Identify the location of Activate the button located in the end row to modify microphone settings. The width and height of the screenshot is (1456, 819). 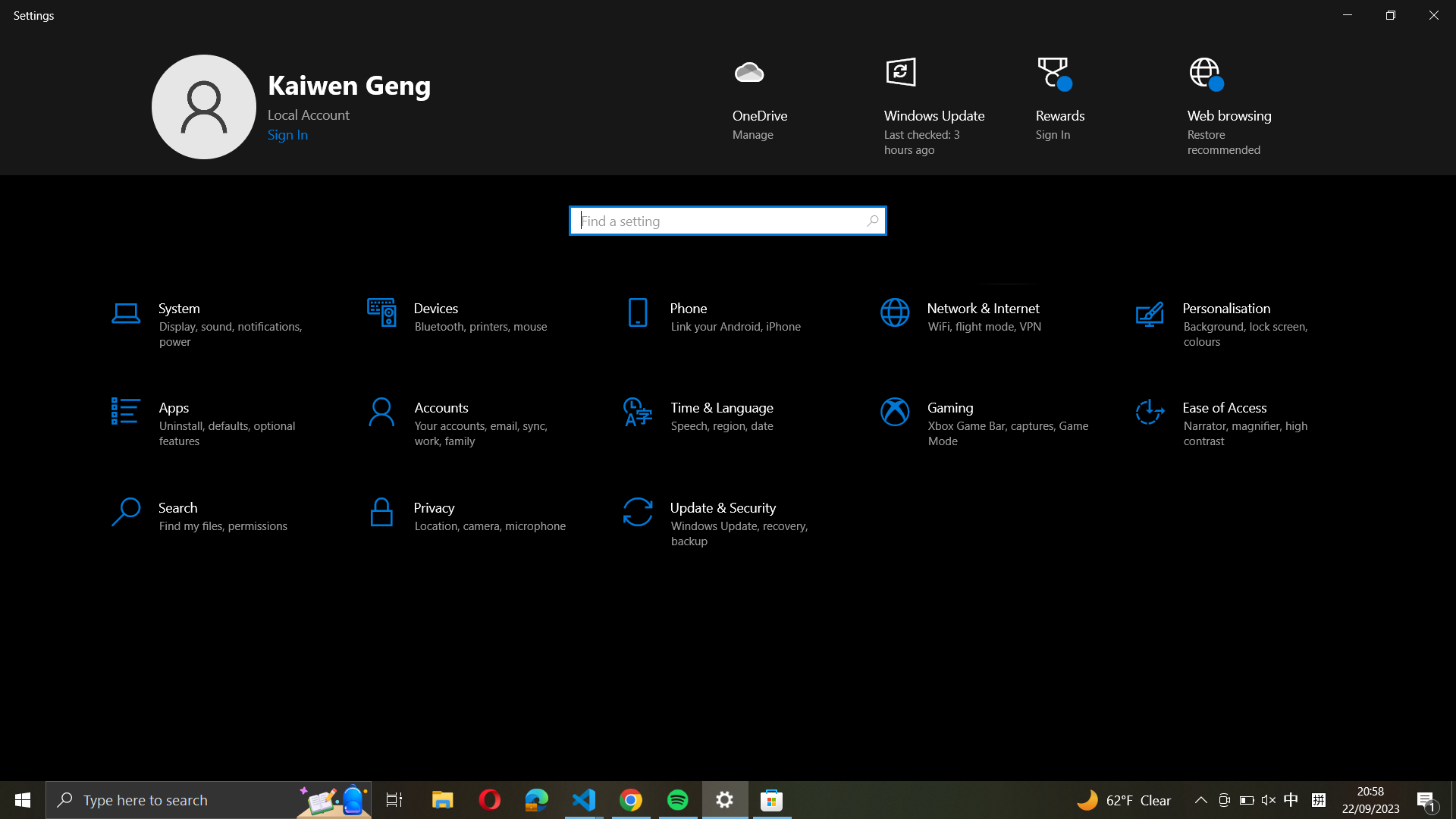
(472, 514).